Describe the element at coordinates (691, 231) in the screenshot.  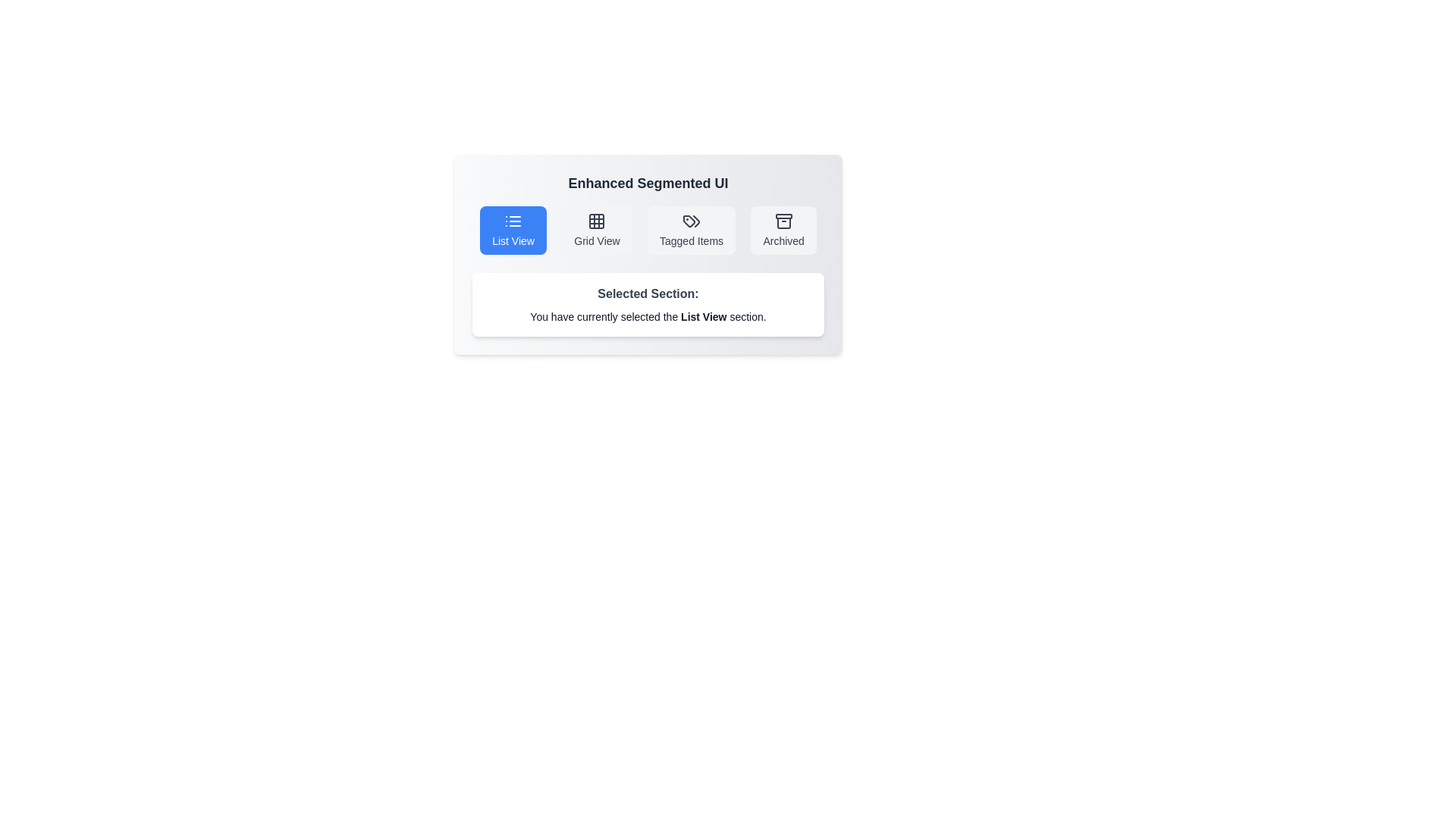
I see `the 'Tagged Items' button, which is a rectangular button with a white background and rounded corners, featuring an icon of two overlapping tags above the label` at that location.